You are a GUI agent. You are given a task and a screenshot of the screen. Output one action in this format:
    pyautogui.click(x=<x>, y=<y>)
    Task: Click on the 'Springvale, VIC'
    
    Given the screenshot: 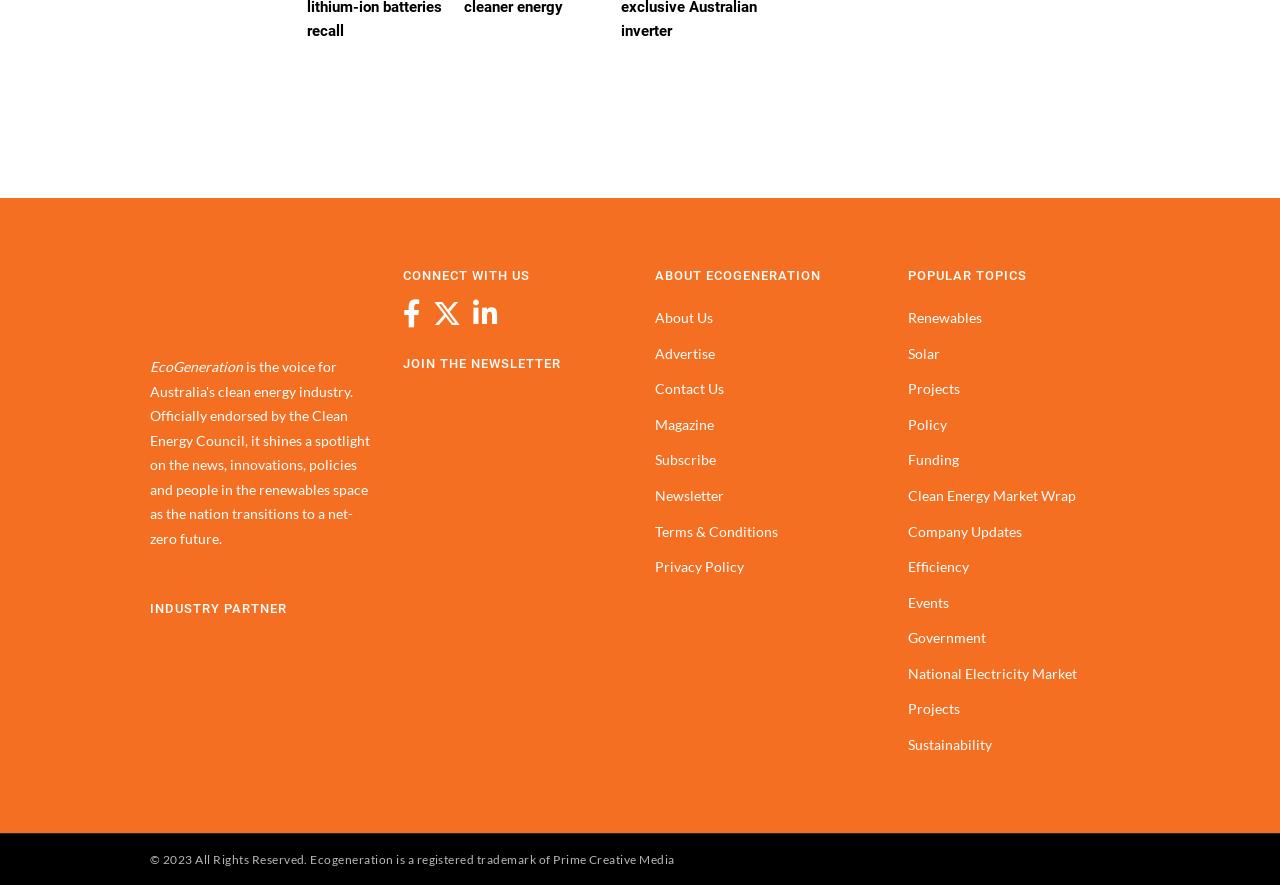 What is the action you would take?
    pyautogui.click(x=376, y=319)
    